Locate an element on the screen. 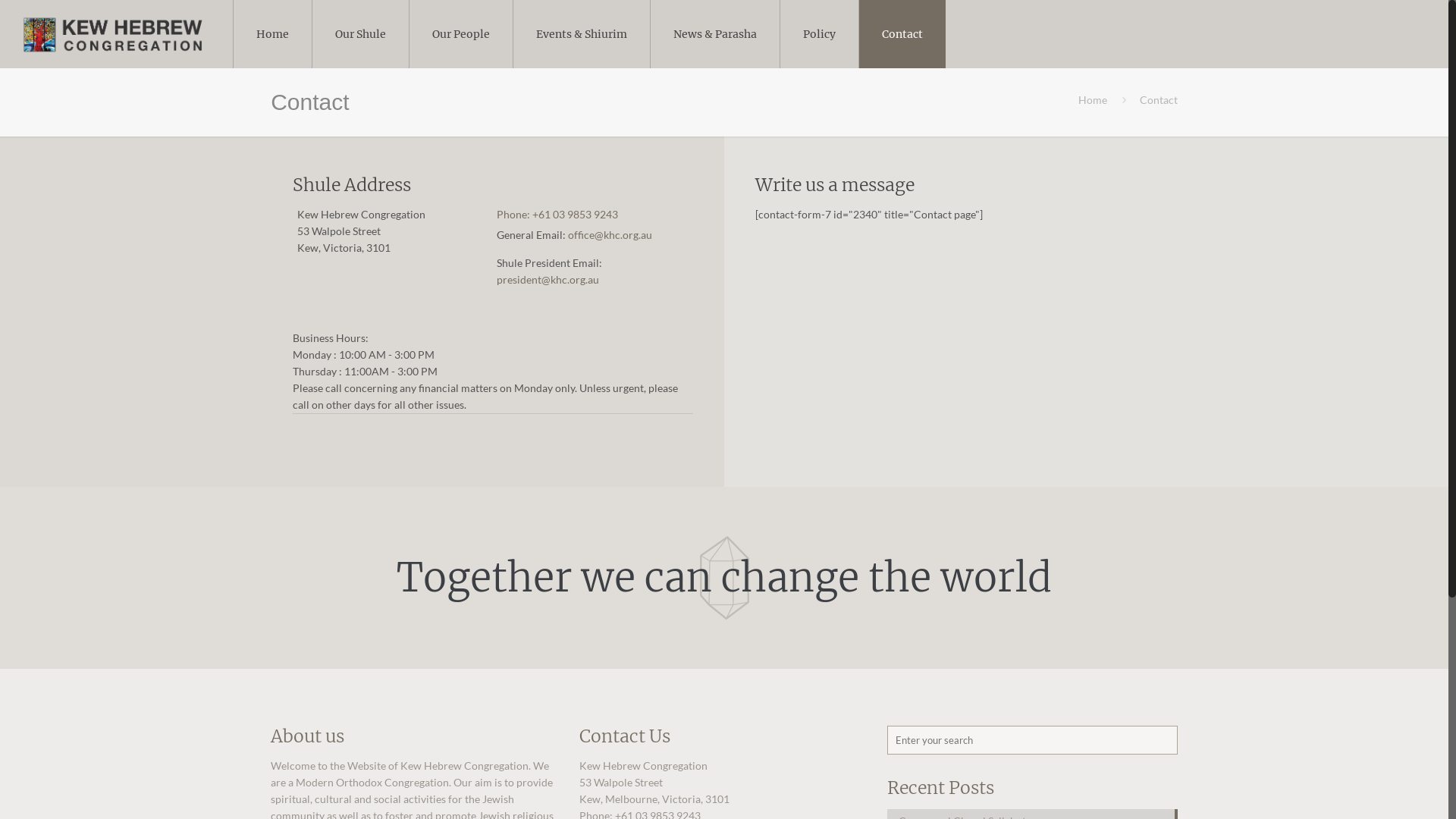 This screenshot has height=819, width=1456. 'Home' is located at coordinates (272, 34).